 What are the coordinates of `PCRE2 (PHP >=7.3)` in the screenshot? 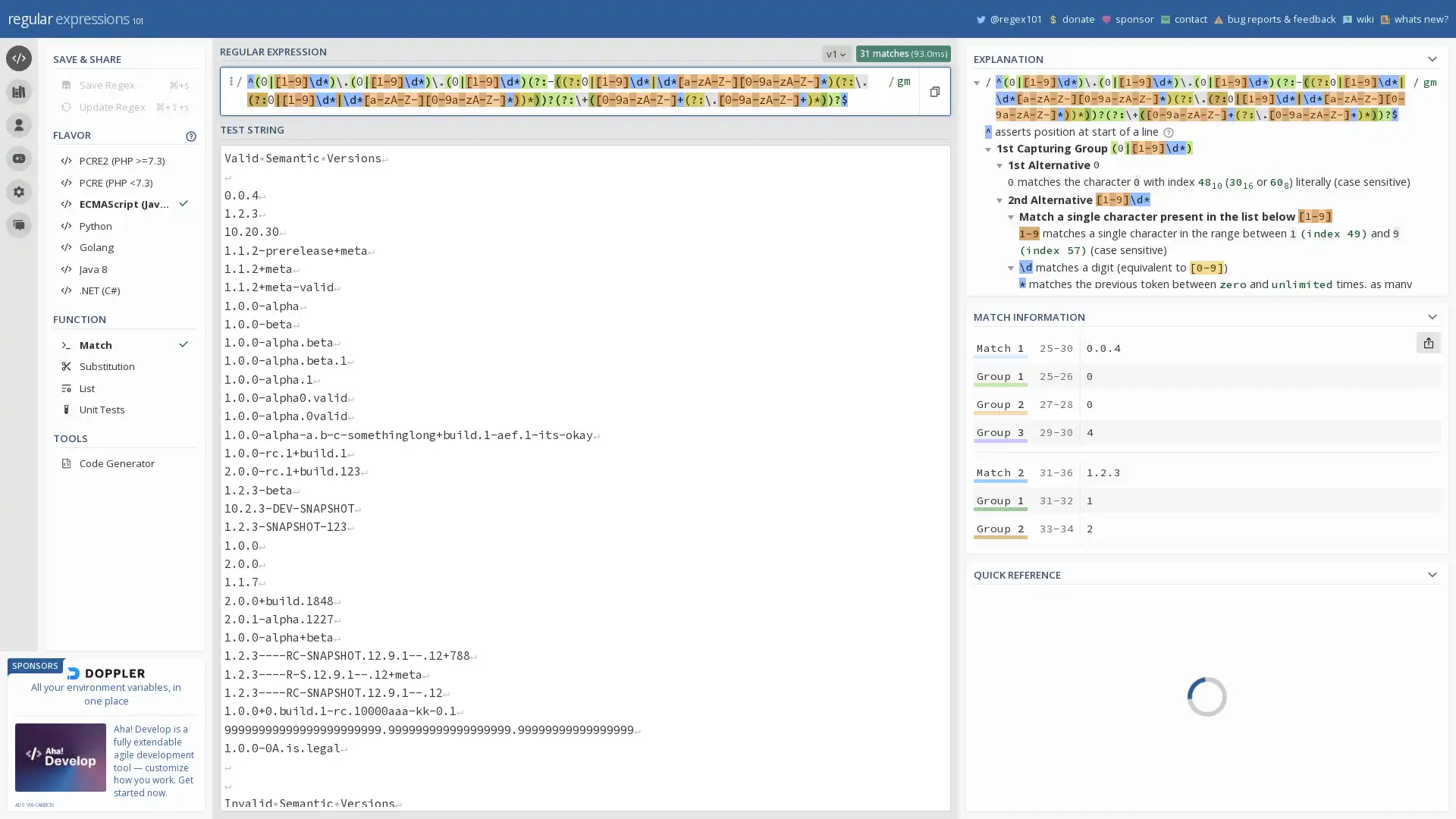 It's located at (124, 161).